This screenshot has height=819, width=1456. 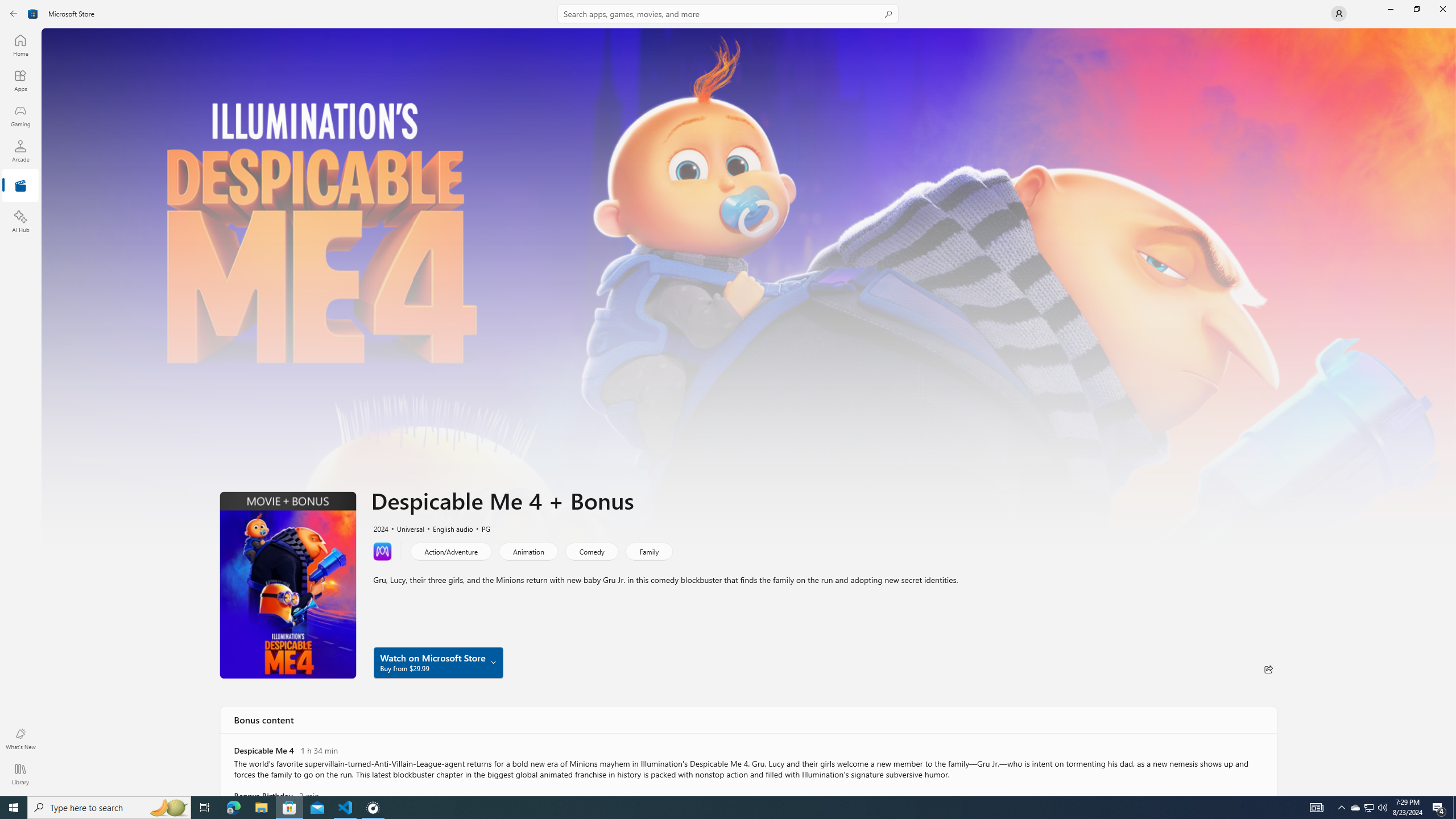 What do you see at coordinates (382, 551) in the screenshot?
I see `'Learn more about Movies Anywhere'` at bounding box center [382, 551].